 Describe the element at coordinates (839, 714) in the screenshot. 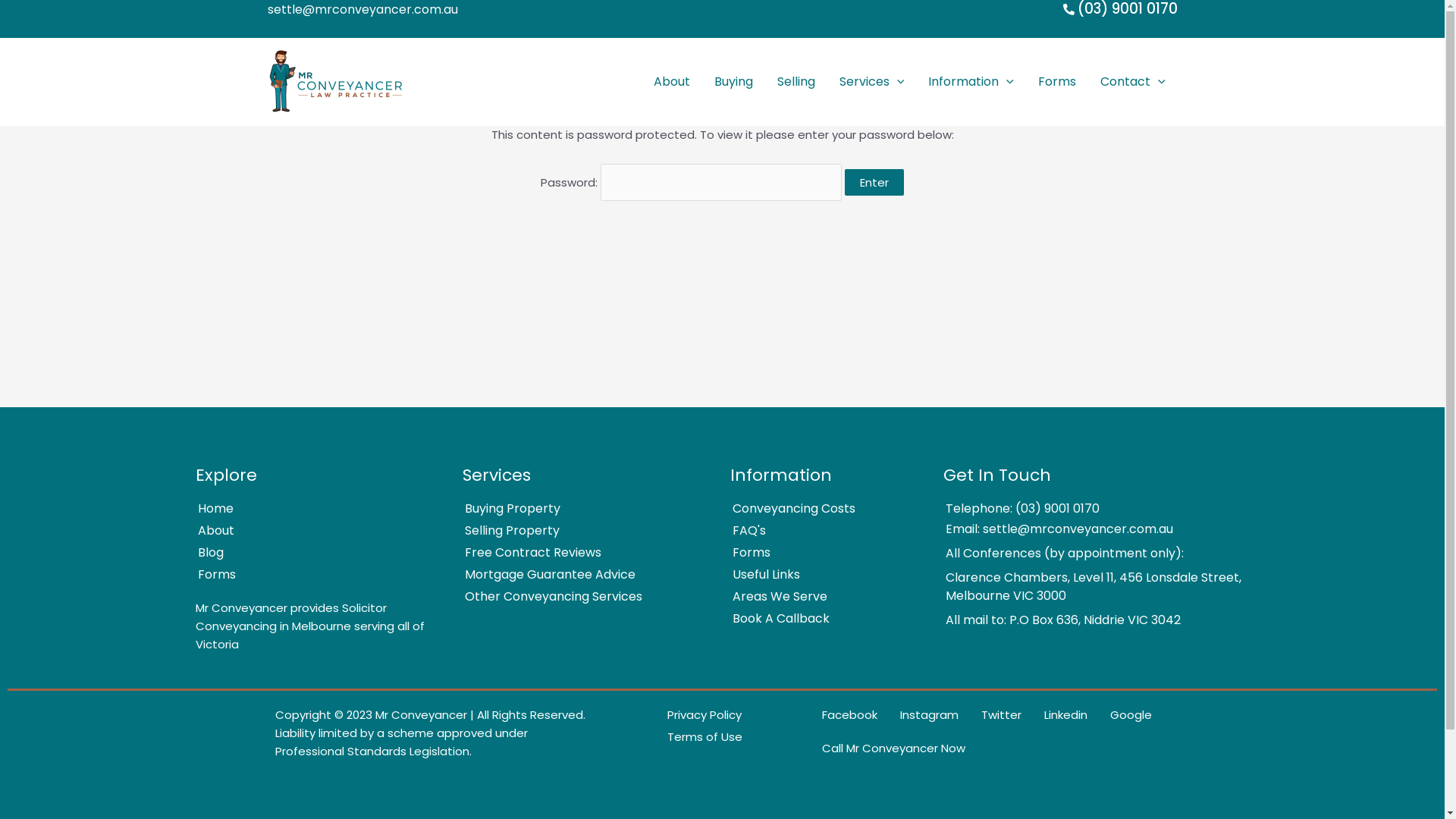

I see `'Facebook'` at that location.